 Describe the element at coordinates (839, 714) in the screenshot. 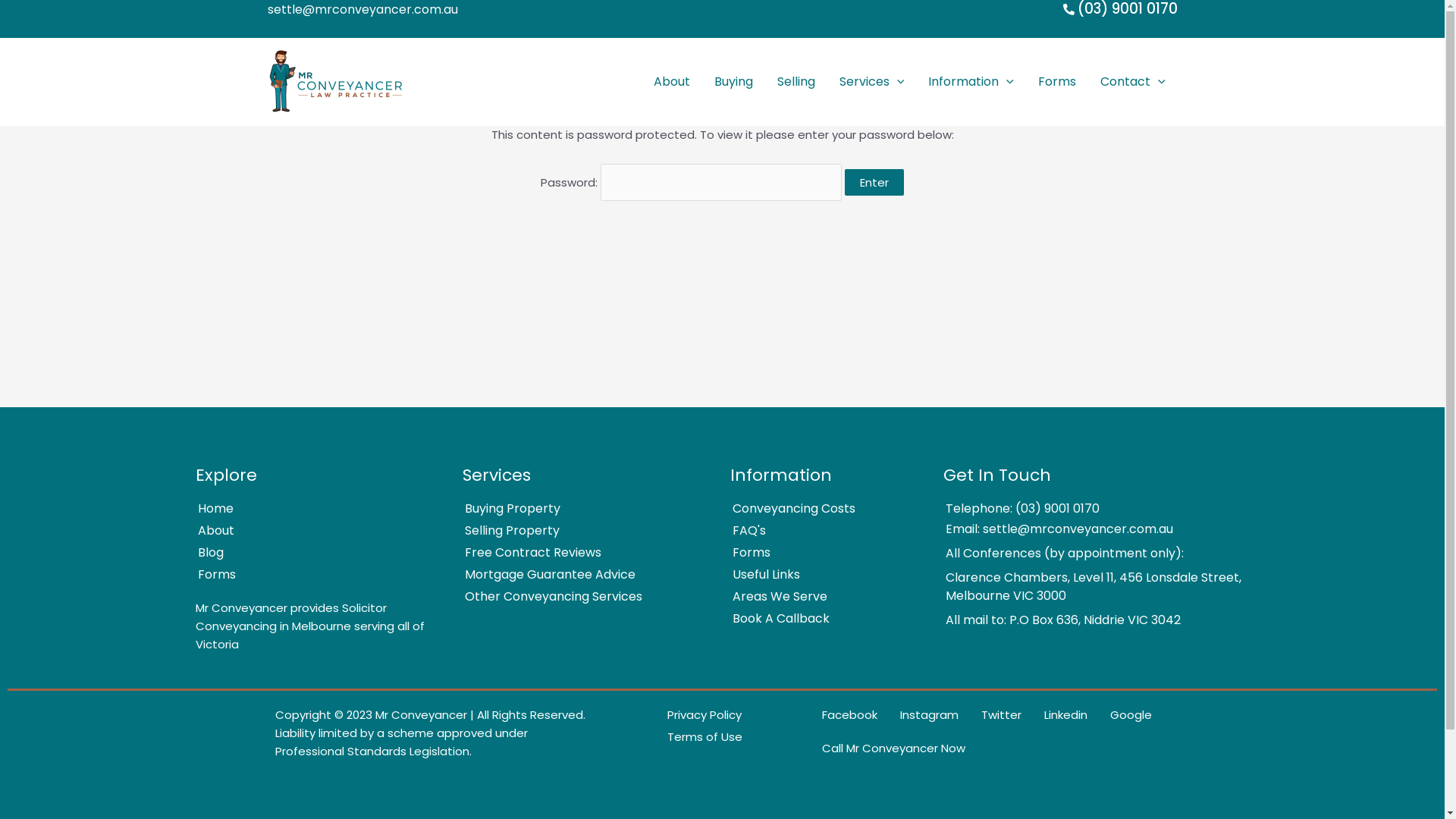

I see `'Facebook'` at that location.